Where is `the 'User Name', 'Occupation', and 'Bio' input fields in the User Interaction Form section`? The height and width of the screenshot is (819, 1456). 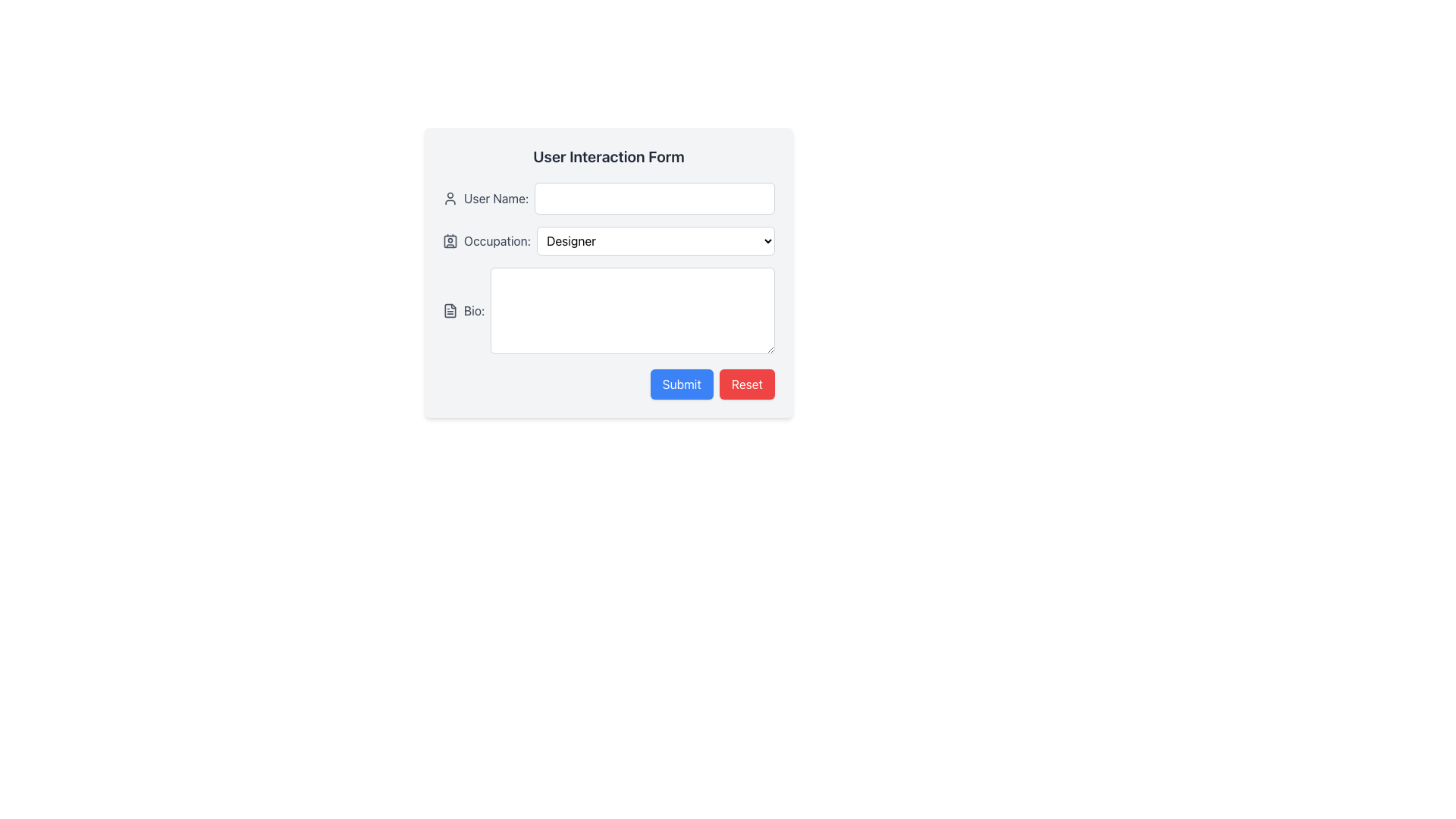 the 'User Name', 'Occupation', and 'Bio' input fields in the User Interaction Form section is located at coordinates (608, 268).